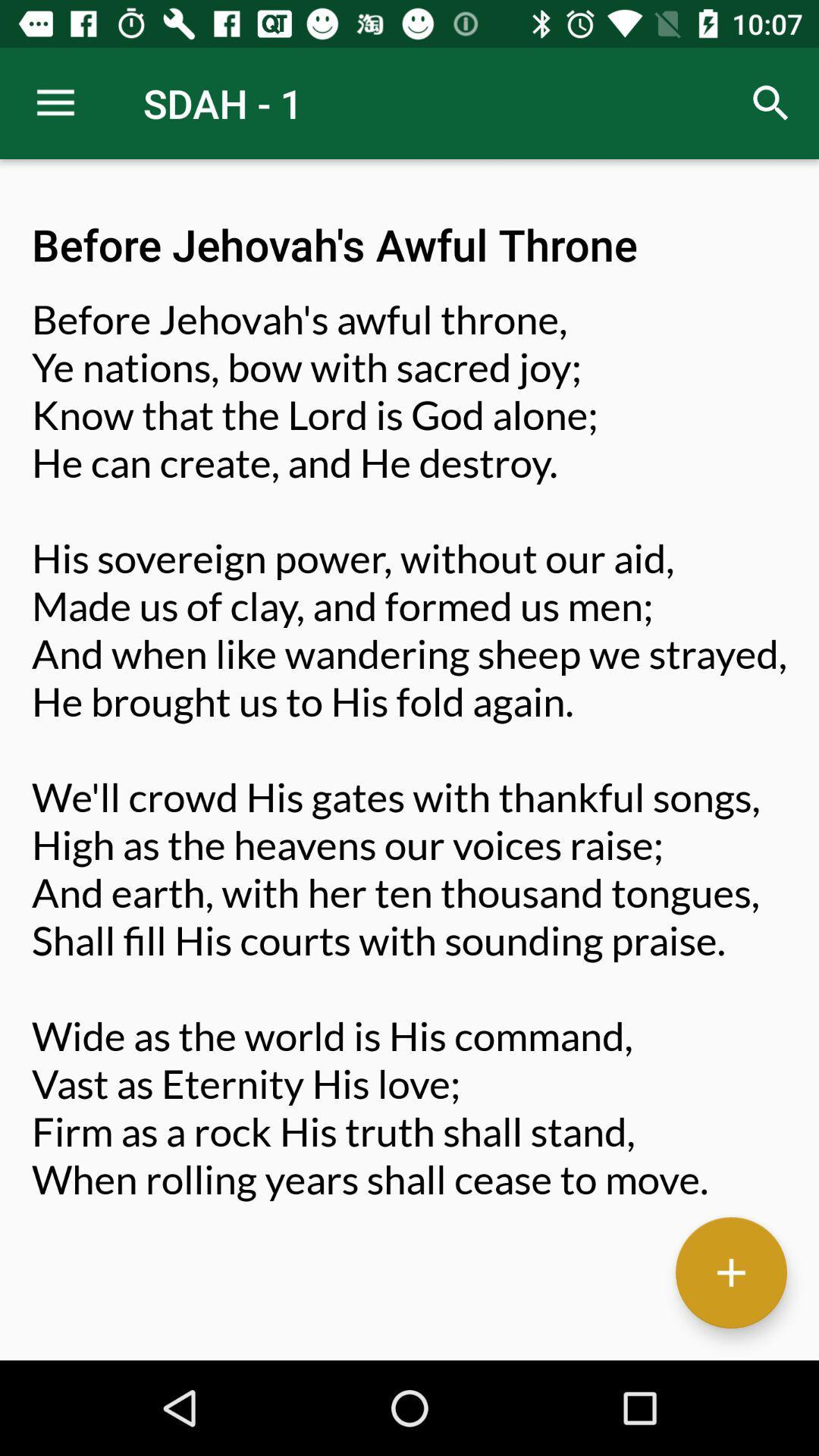 The image size is (819, 1456). Describe the element at coordinates (55, 102) in the screenshot. I see `the icon above before jehovah s item` at that location.